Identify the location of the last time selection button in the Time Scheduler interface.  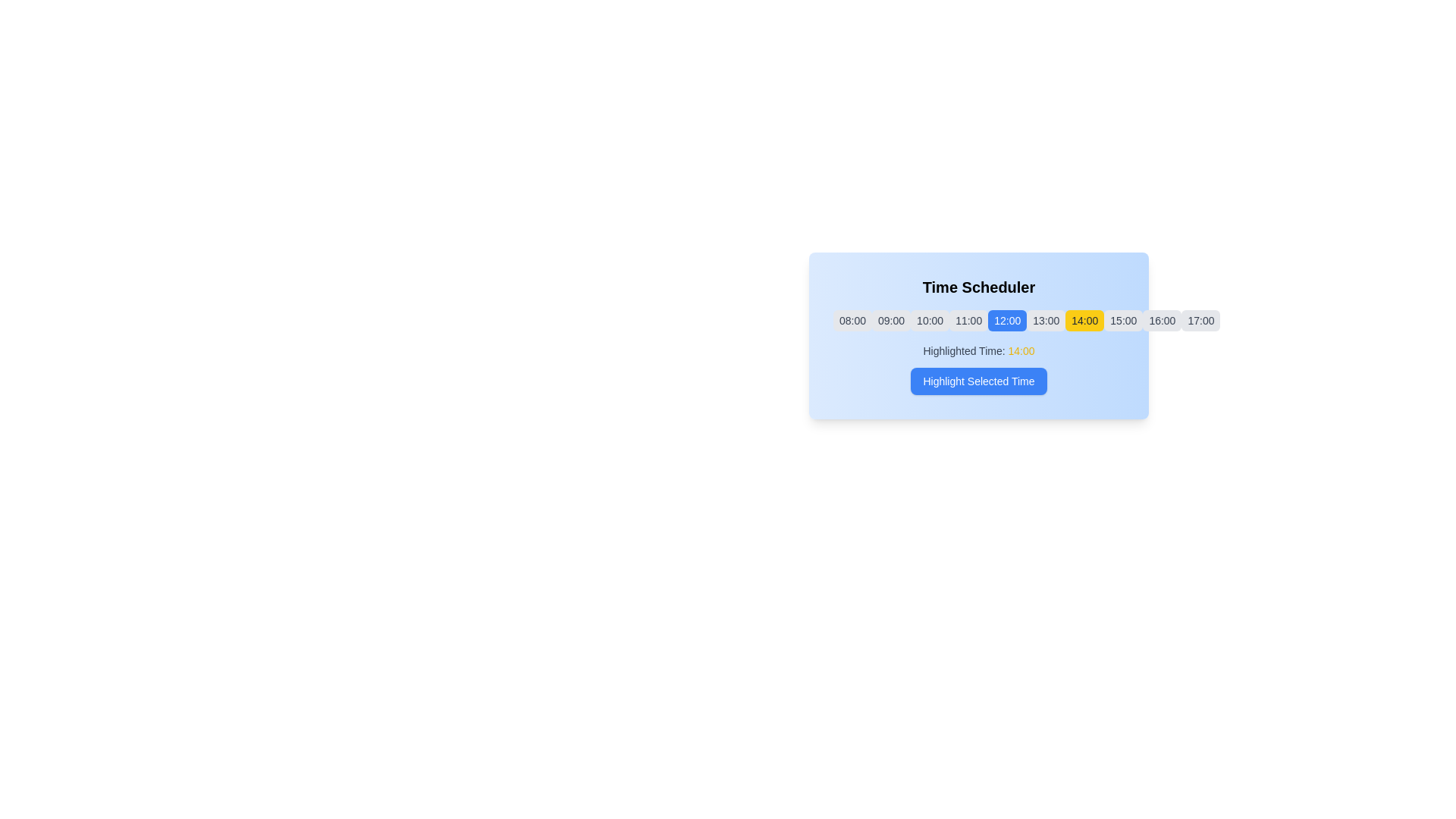
(1200, 320).